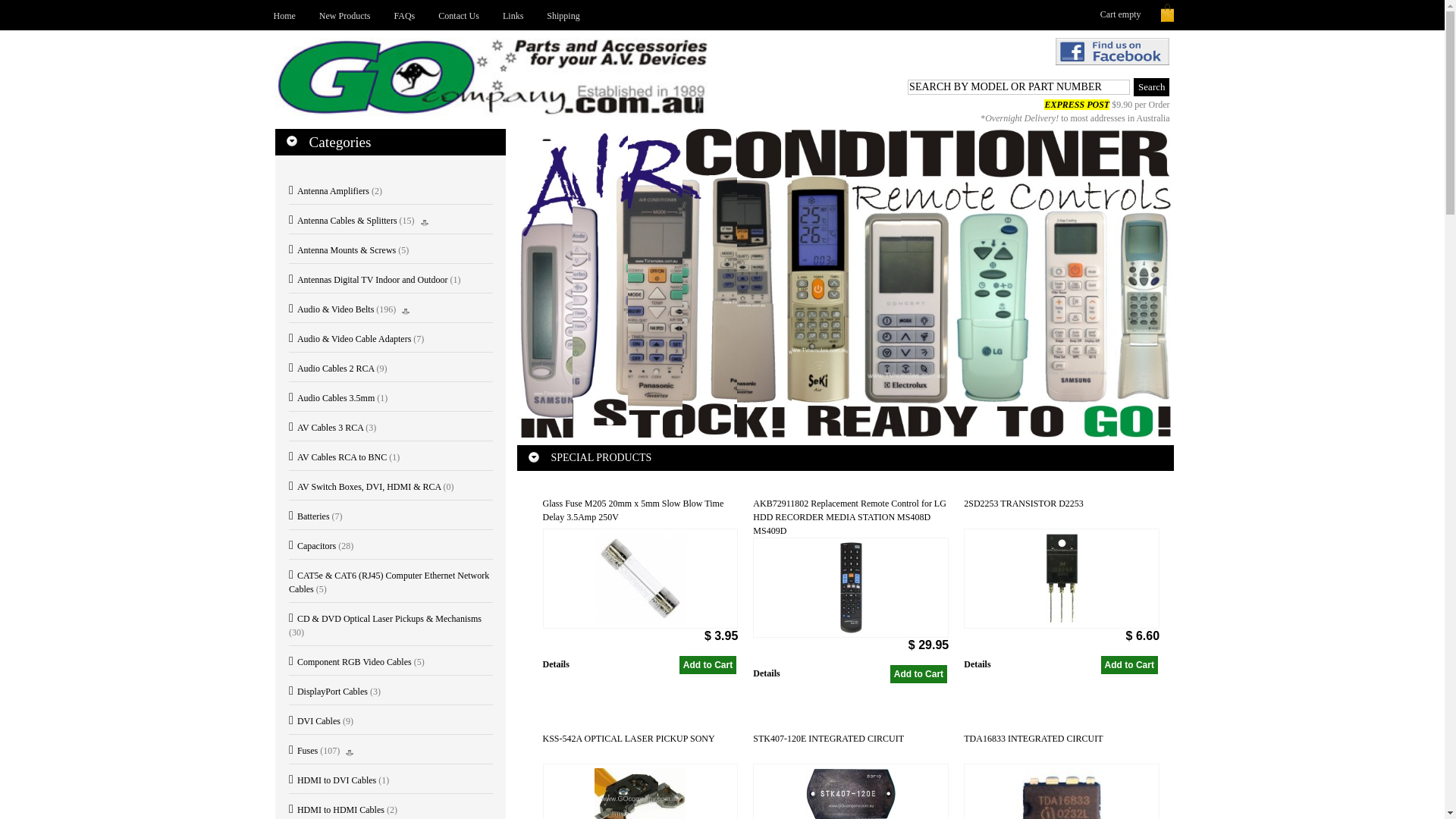 The image size is (1456, 819). What do you see at coordinates (313, 720) in the screenshot?
I see `'DVI Cables'` at bounding box center [313, 720].